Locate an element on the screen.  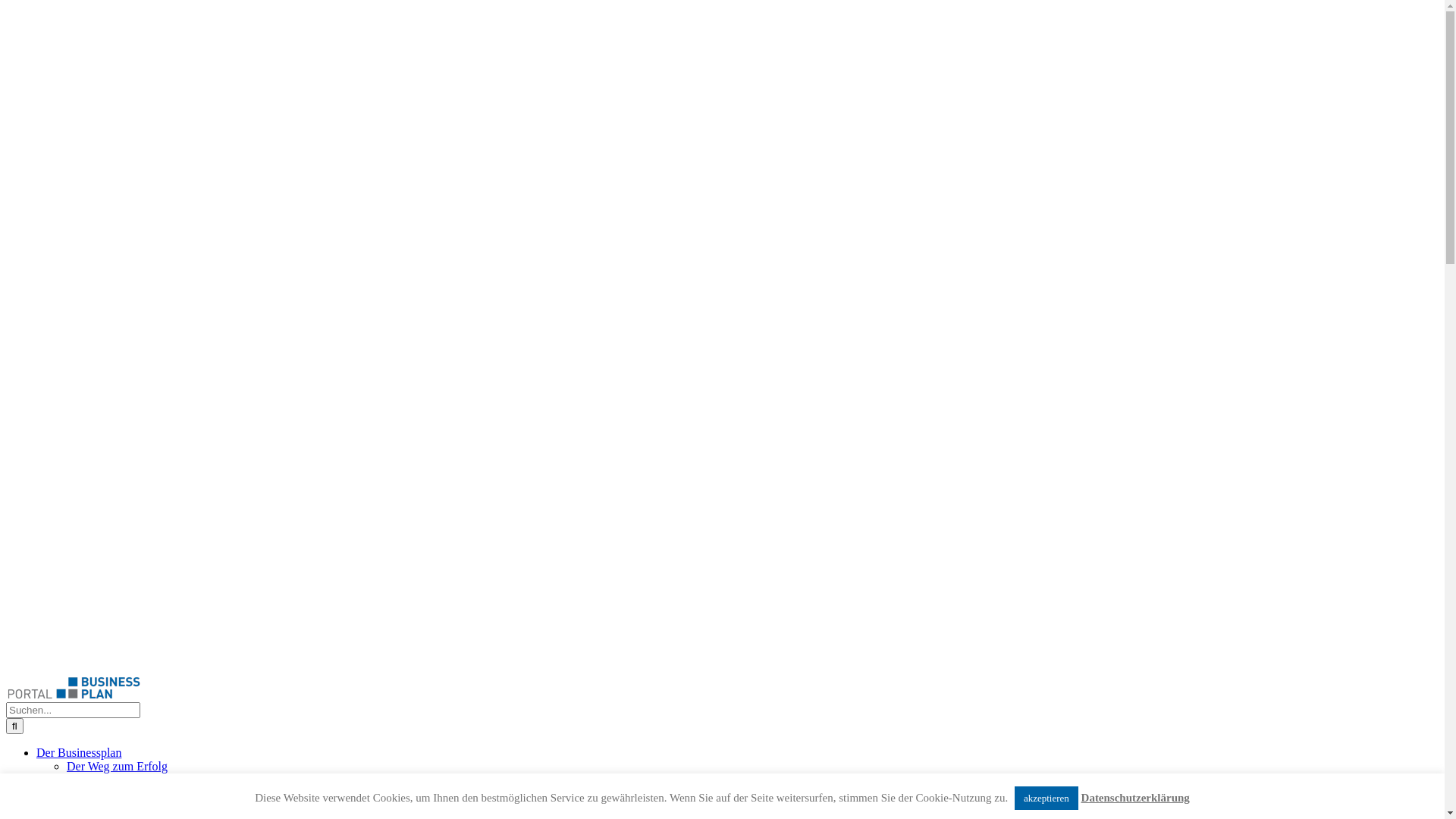
'Der Umgang mit Banken' is located at coordinates (65, 792).